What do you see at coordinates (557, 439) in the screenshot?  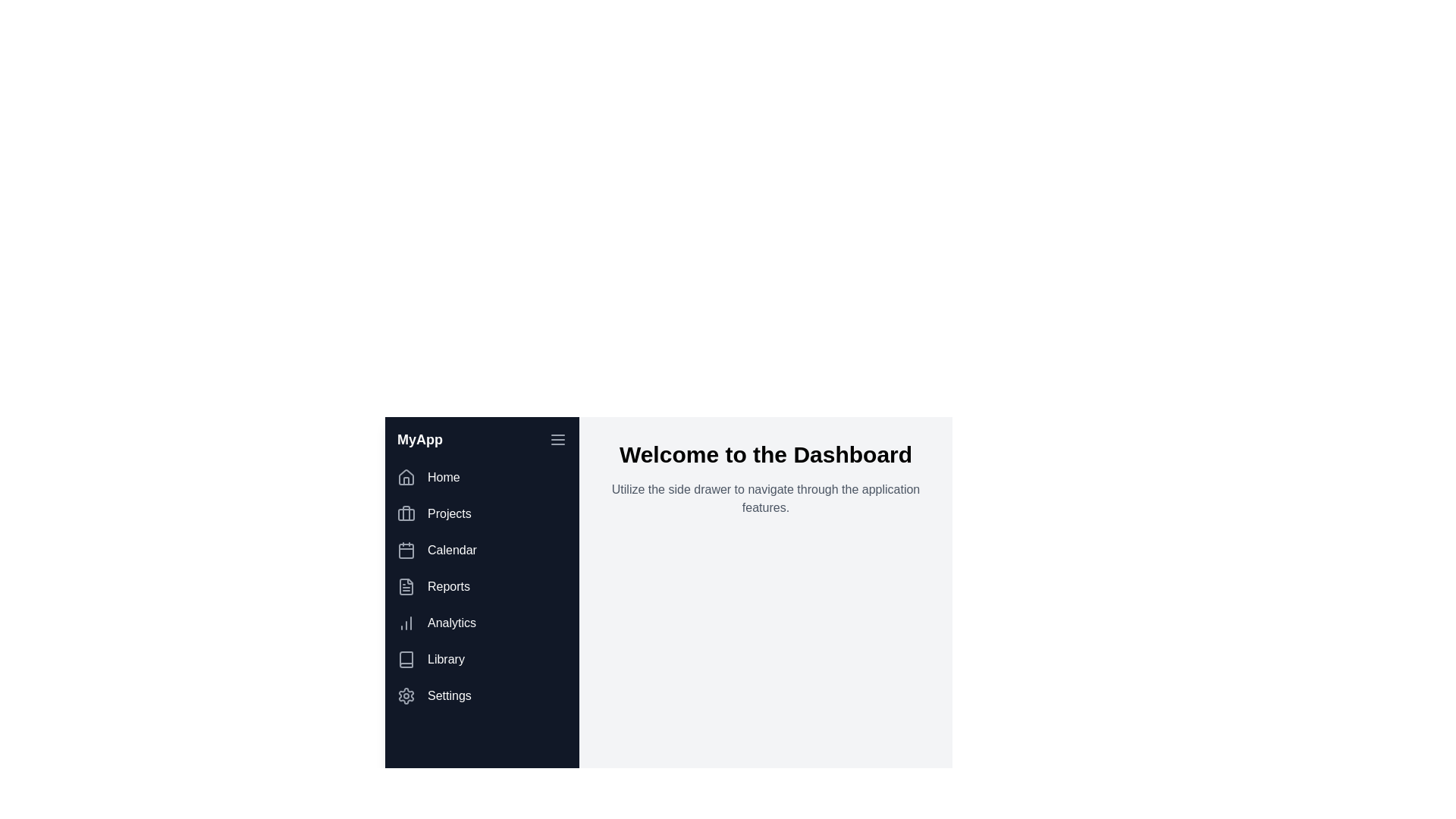 I see `the menu button to toggle the drawer` at bounding box center [557, 439].